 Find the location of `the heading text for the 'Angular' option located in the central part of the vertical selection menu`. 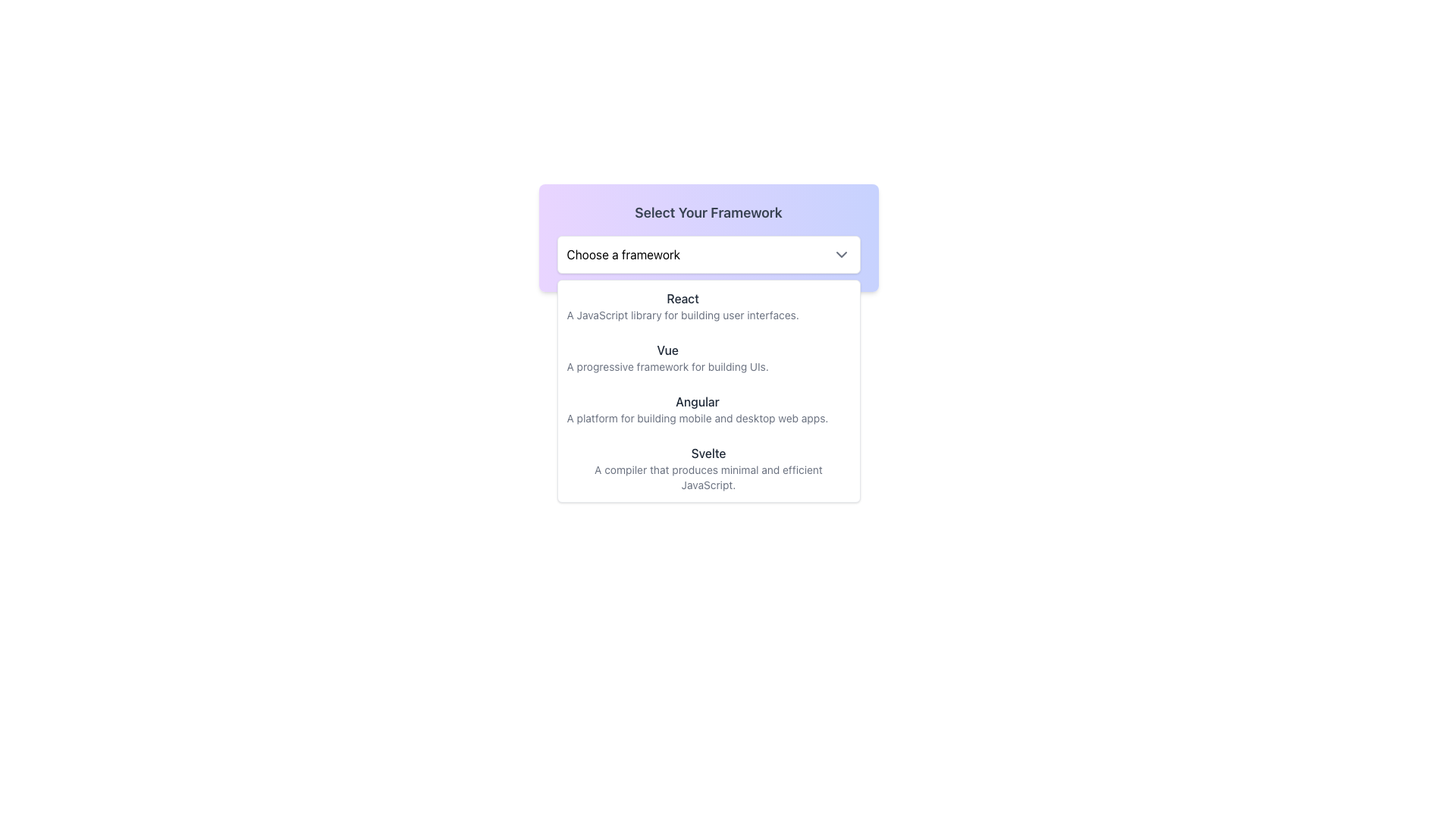

the heading text for the 'Angular' option located in the central part of the vertical selection menu is located at coordinates (696, 400).